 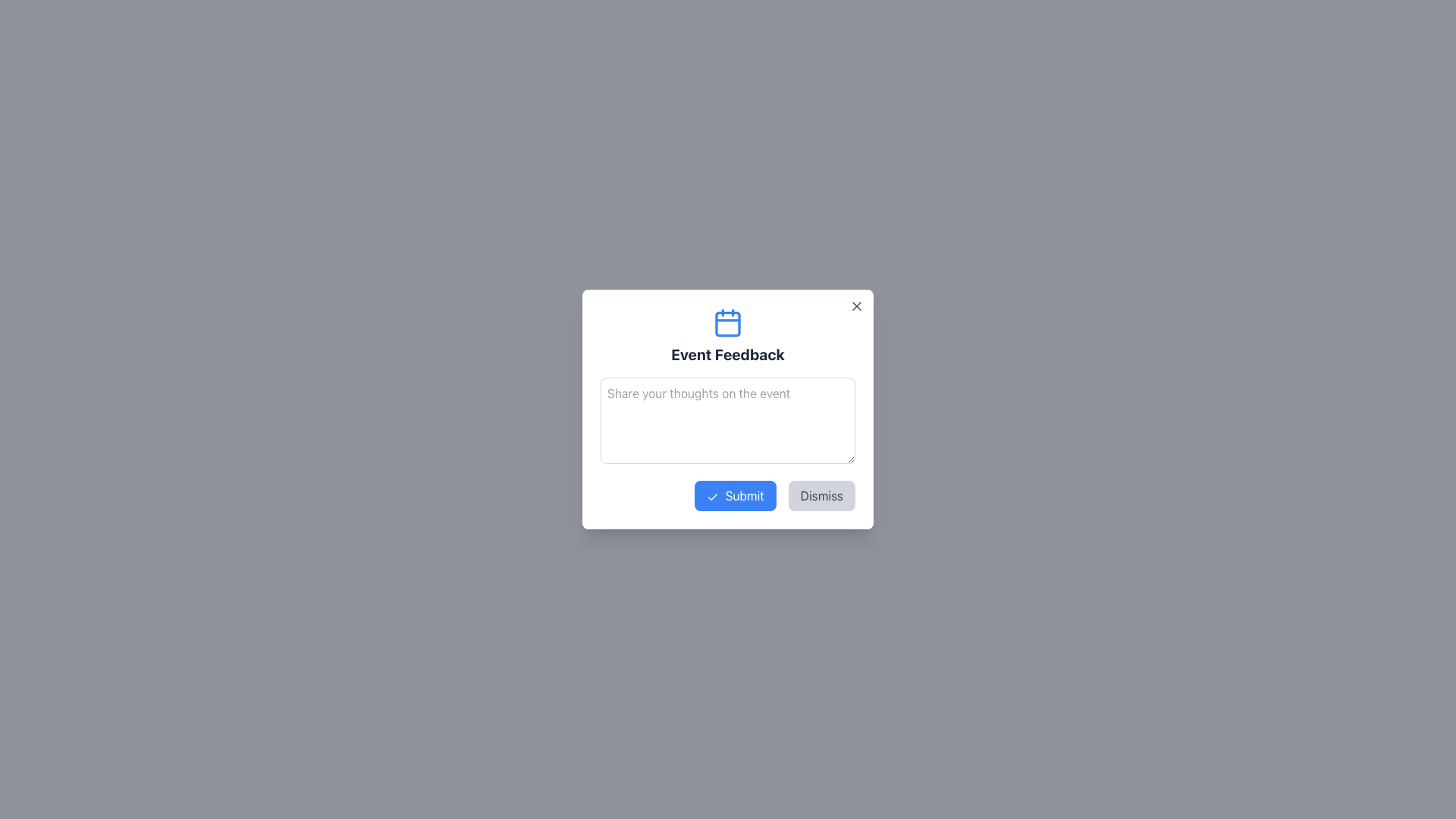 I want to click on the confirm button located at the bottom right of the modal dialog box, so click(x=736, y=496).